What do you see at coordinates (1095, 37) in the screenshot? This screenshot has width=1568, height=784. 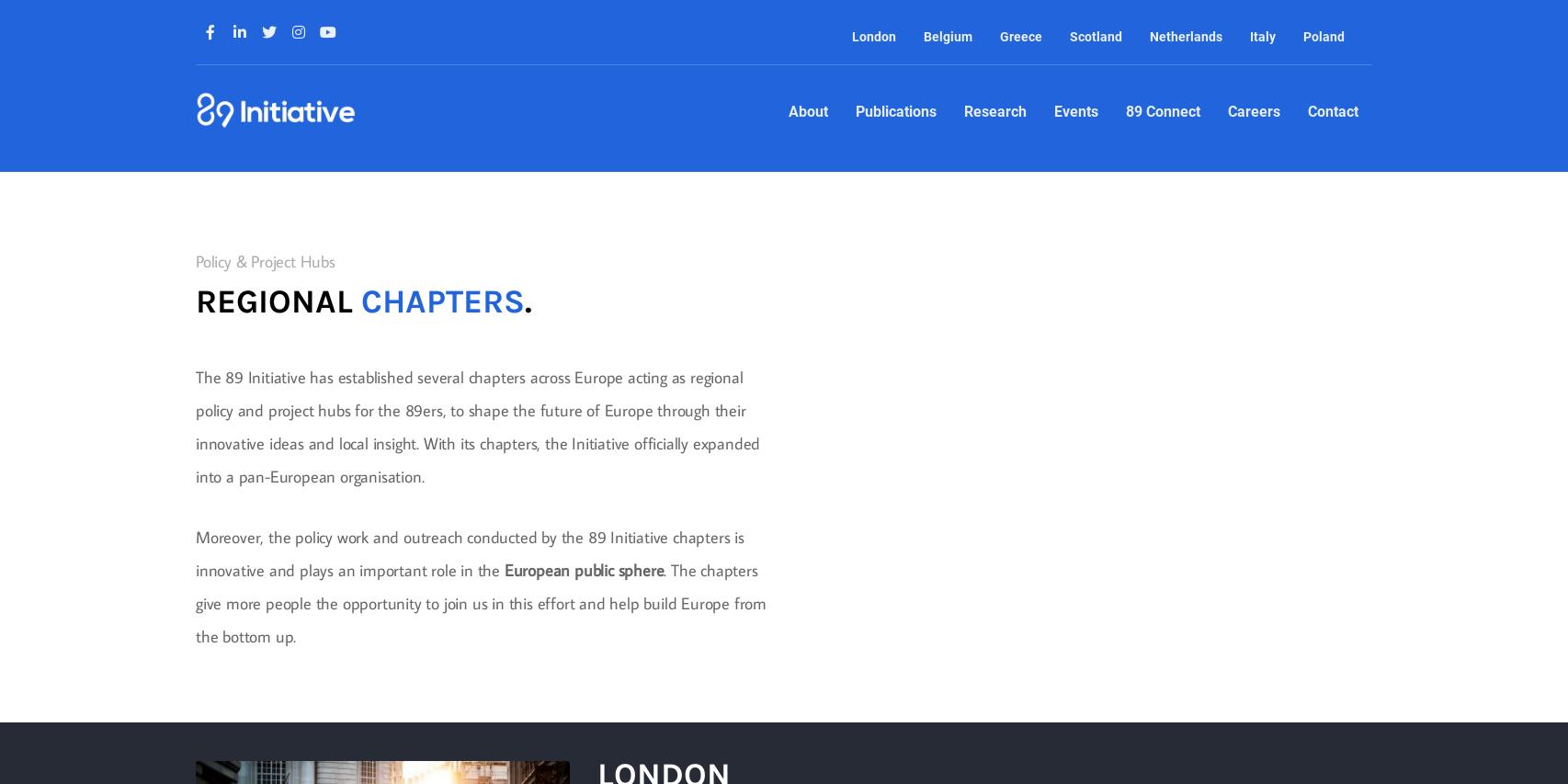 I see `'Scotland'` at bounding box center [1095, 37].